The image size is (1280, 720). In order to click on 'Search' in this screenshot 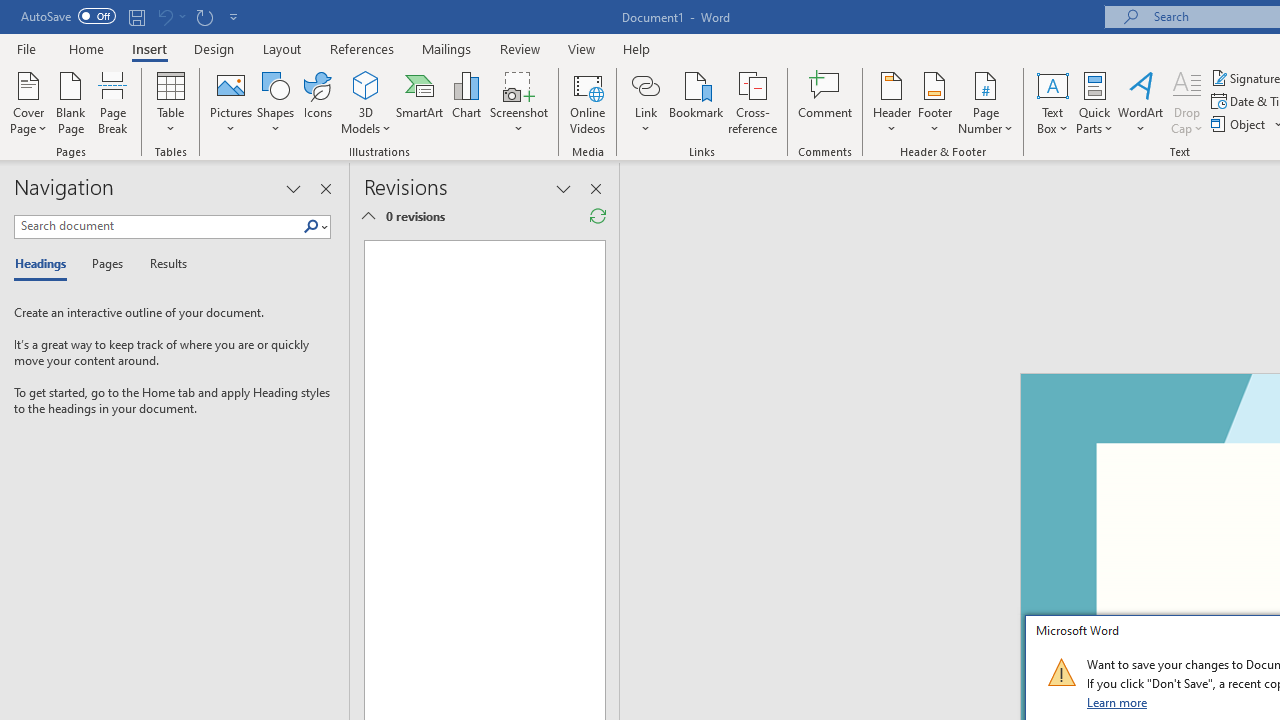, I will do `click(310, 226)`.